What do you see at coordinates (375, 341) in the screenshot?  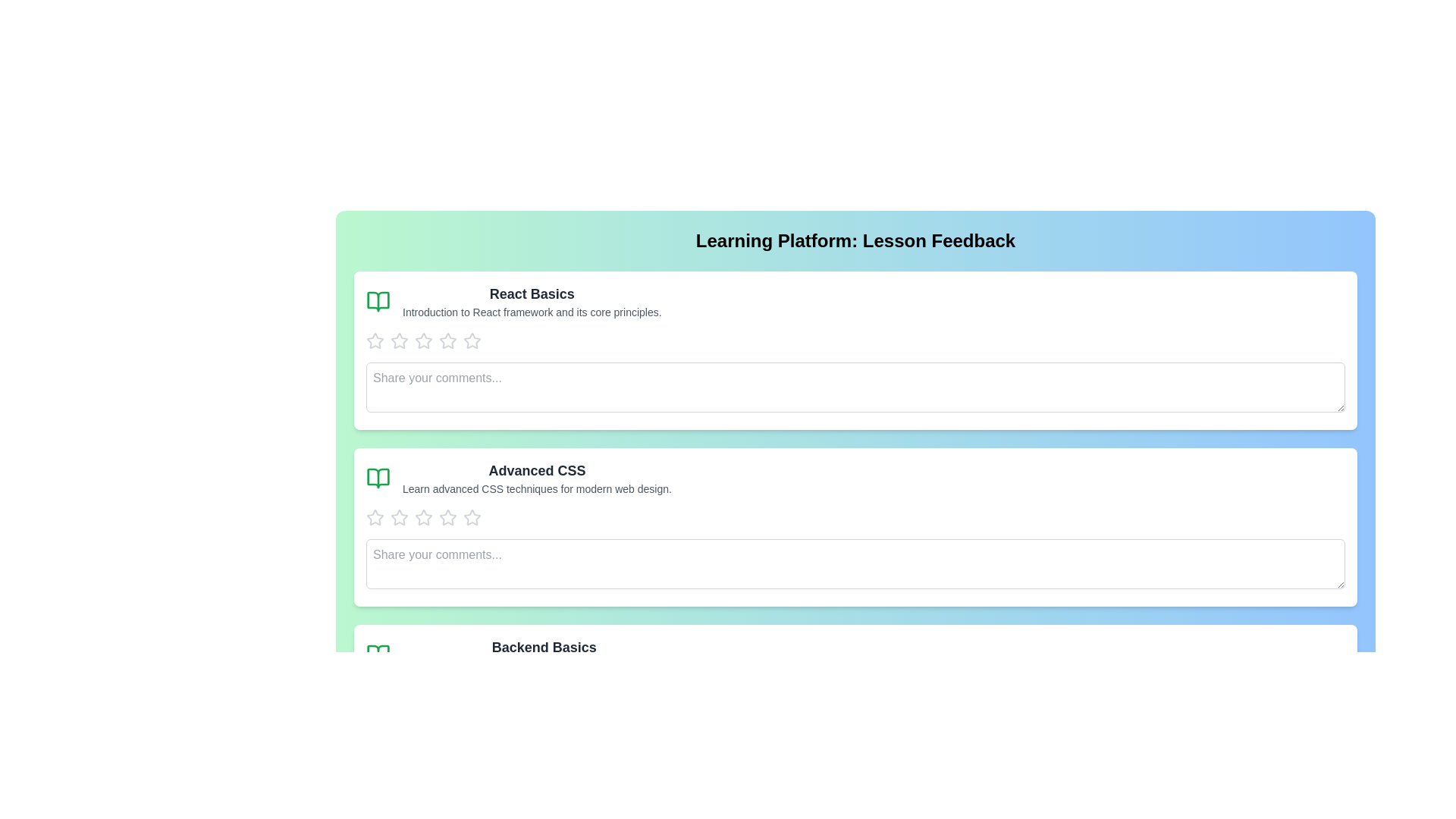 I see `the first star icon in the rating system for the 'React Basics' lesson` at bounding box center [375, 341].